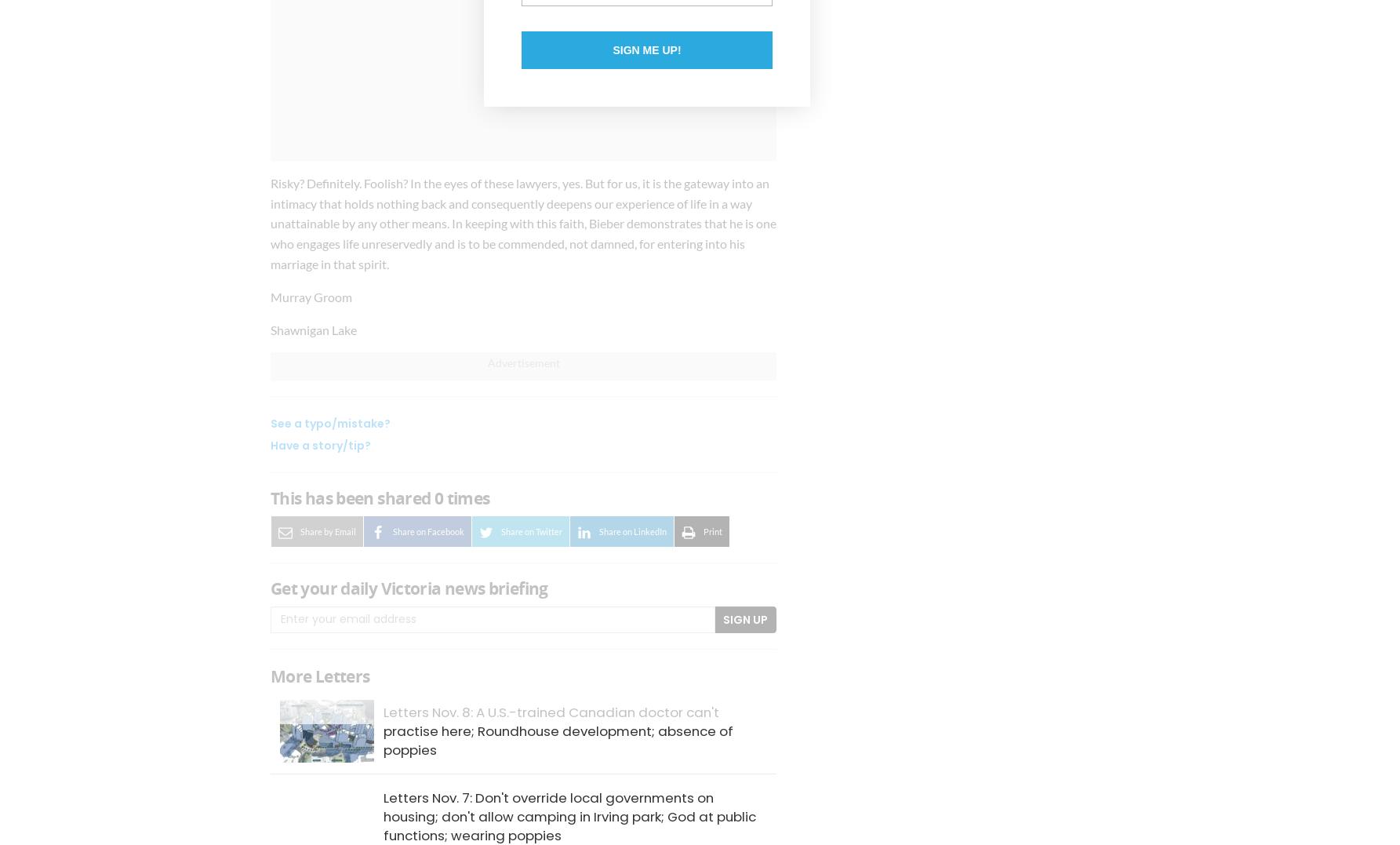  I want to click on 'More Letters', so click(319, 675).